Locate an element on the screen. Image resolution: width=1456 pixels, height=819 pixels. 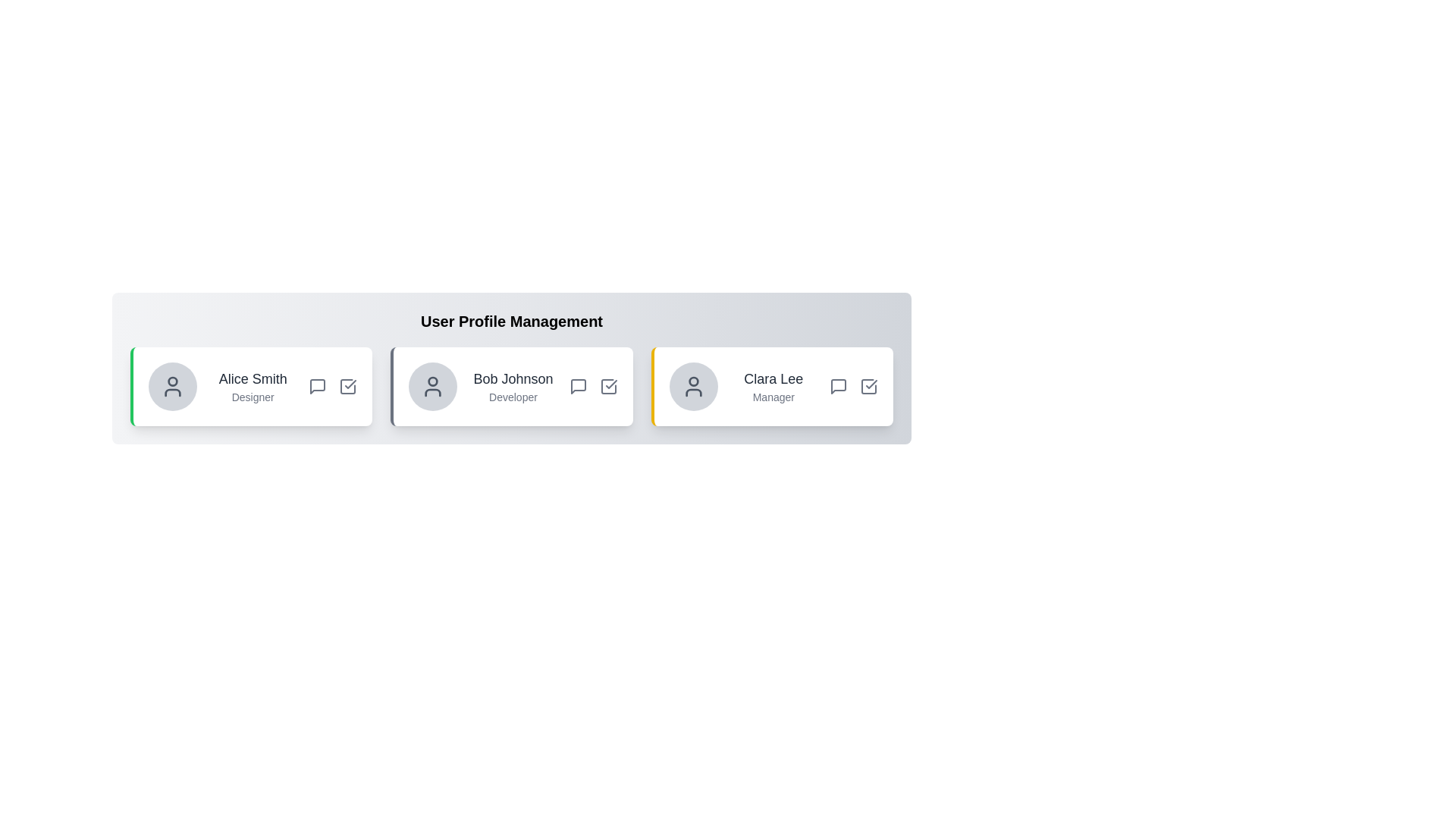
the text label displaying 'Clara Lee', which is styled in bold, large dark gray font and located above the role description 'Manager' within a user card interface is located at coordinates (773, 378).